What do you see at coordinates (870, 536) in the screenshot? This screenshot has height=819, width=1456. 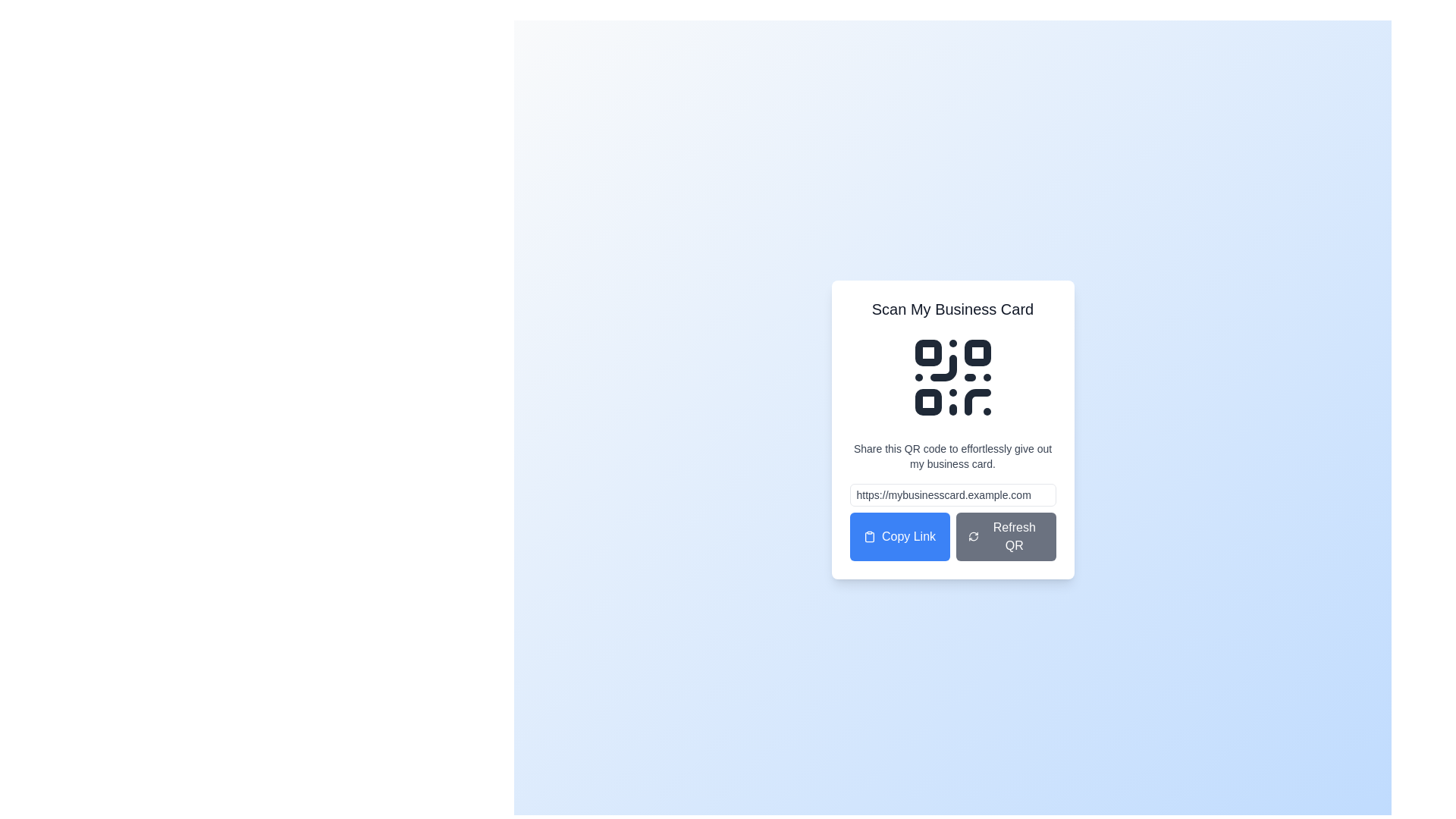 I see `the decorative icon representing the 'Copy Link' functionality, which is positioned to the left of the button's label text` at bounding box center [870, 536].